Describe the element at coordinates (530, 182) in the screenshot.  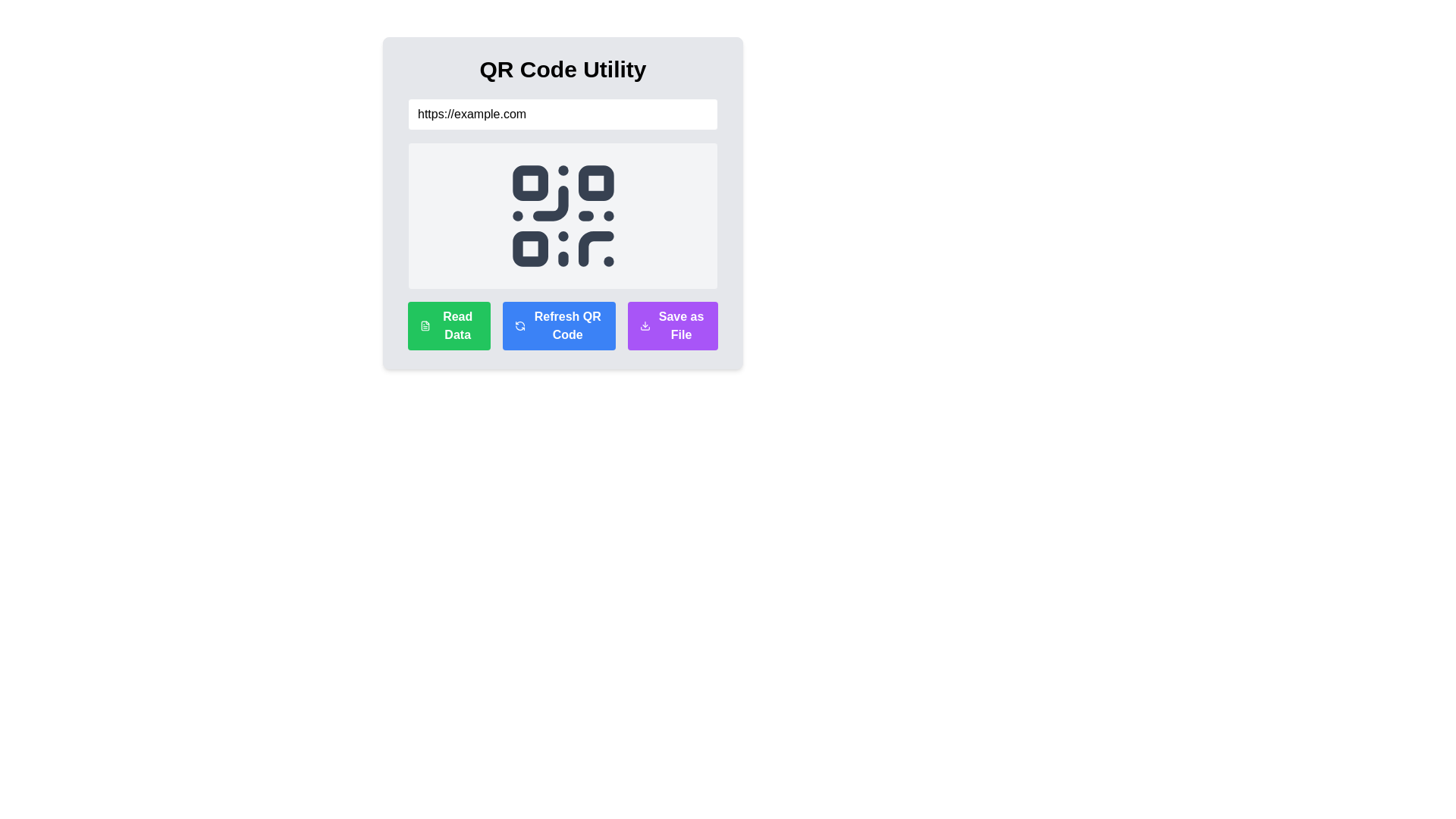
I see `the small rectangular block with rounded corners located at the top-left corner of the QR code structure for debugging purposes` at that location.